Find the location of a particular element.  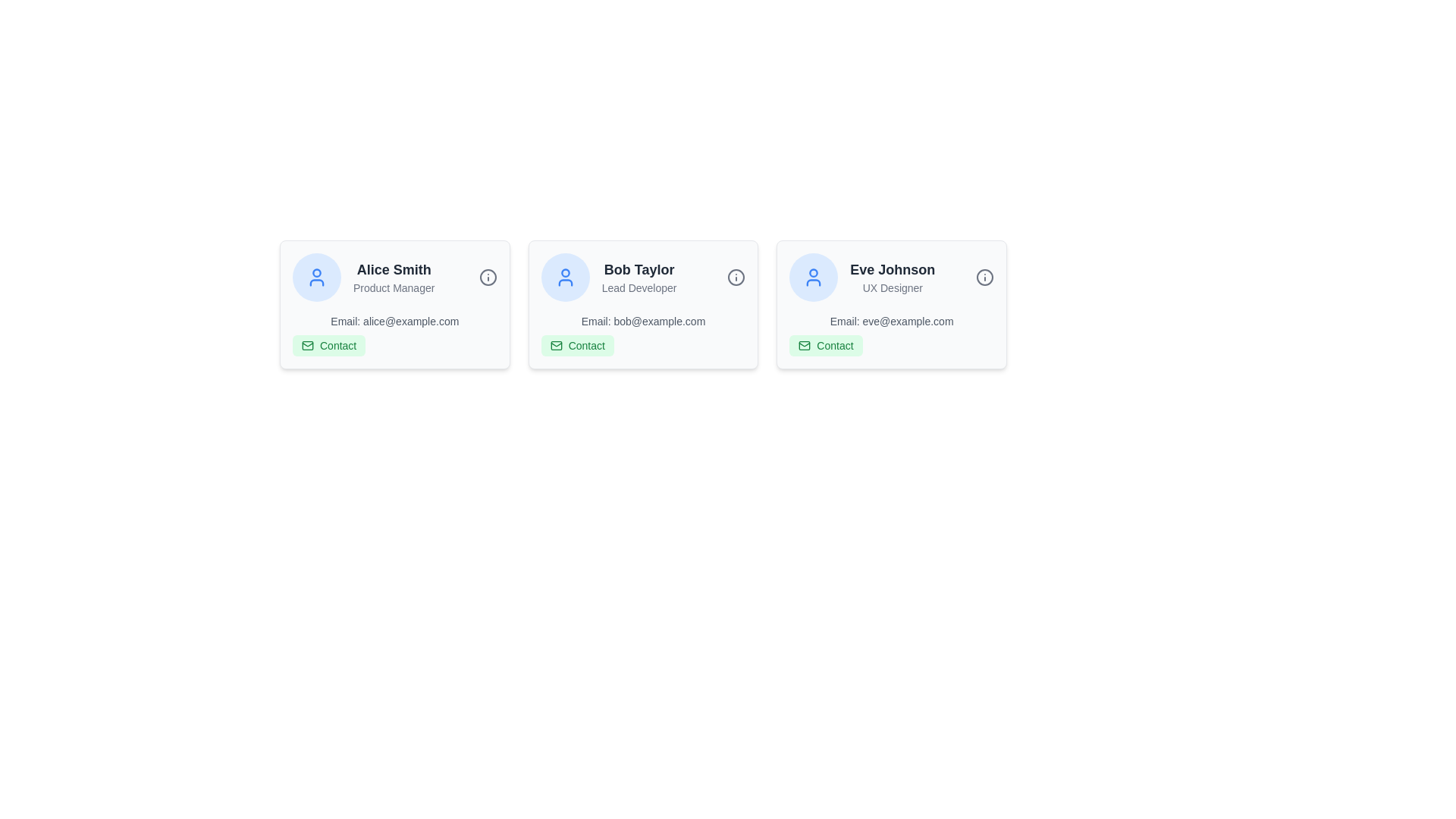

lower outline of the user profile icon for Bob Taylor, which is part of the decorative graphical component in the profile card is located at coordinates (813, 283).